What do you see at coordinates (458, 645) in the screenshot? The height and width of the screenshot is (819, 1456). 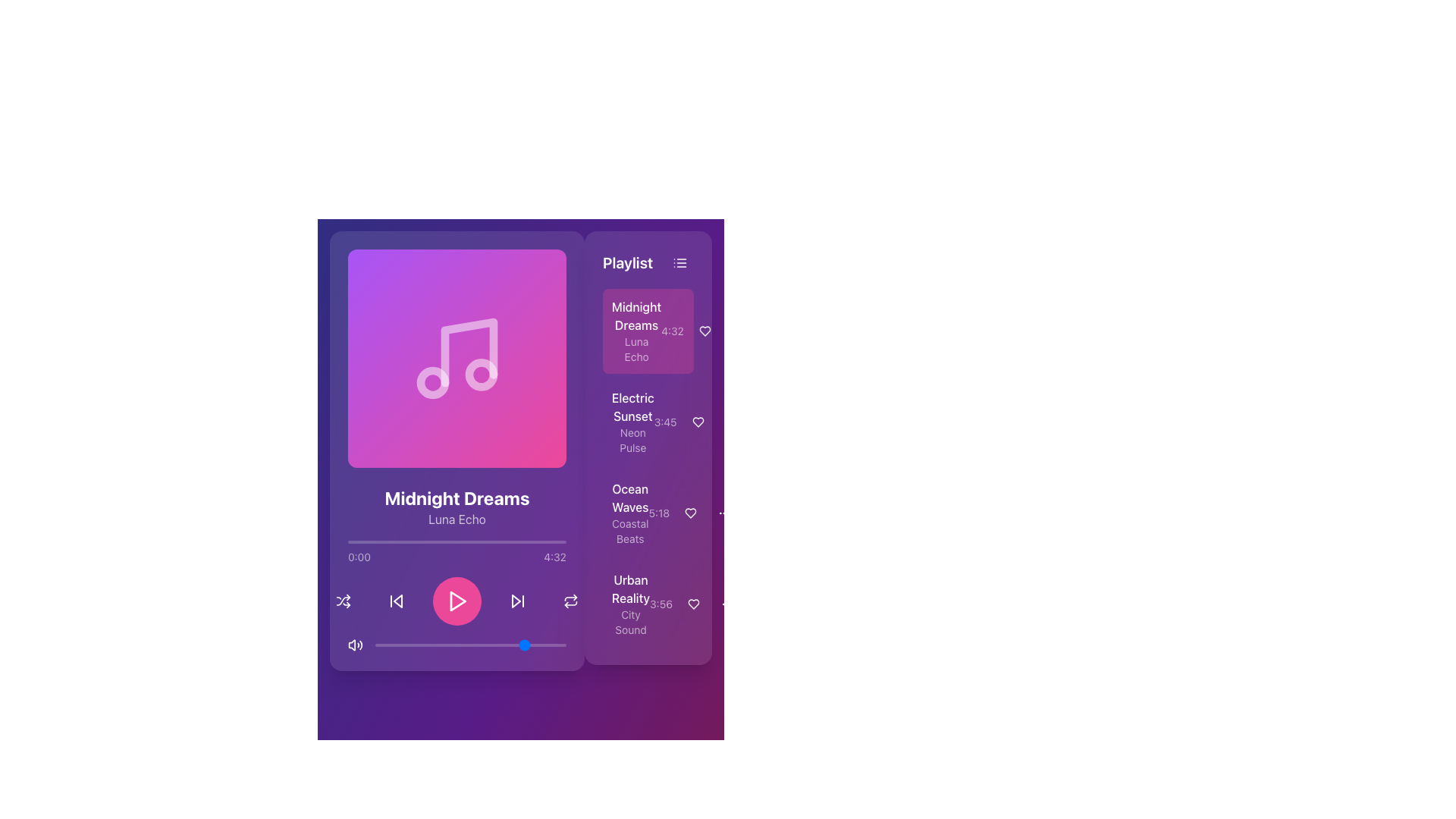 I see `the slider` at bounding box center [458, 645].